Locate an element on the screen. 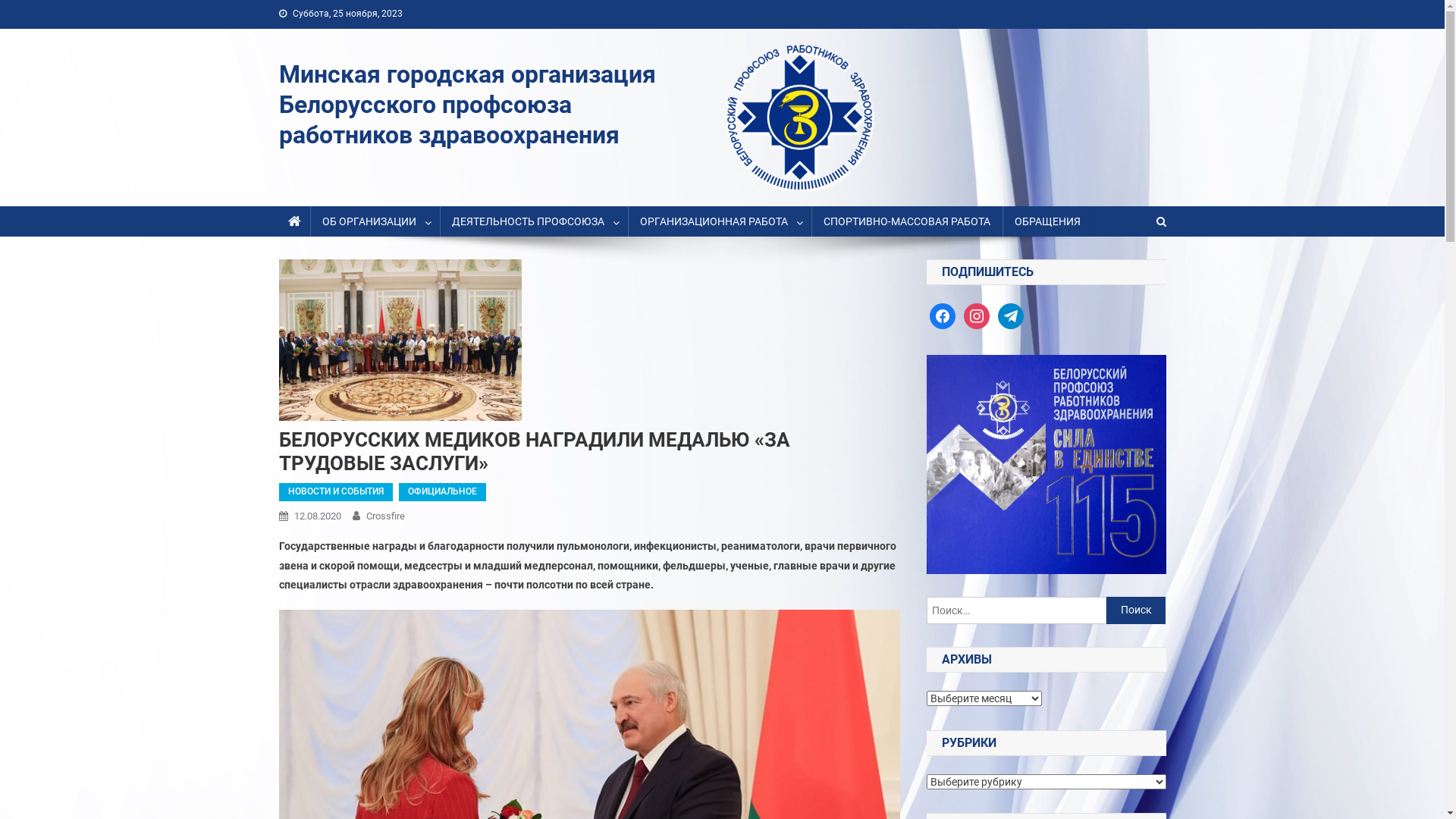 The image size is (1456, 819). '12.08.2020' is located at coordinates (316, 515).